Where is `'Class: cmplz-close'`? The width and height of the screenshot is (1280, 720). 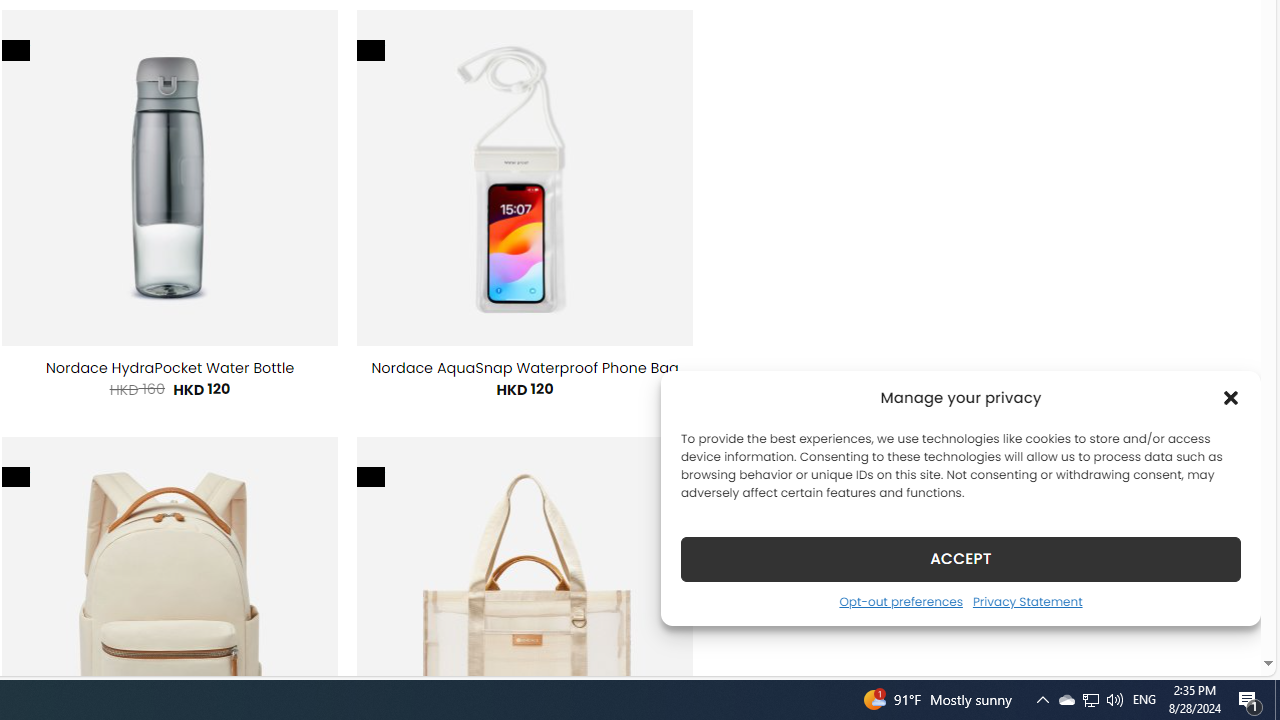 'Class: cmplz-close' is located at coordinates (1230, 397).